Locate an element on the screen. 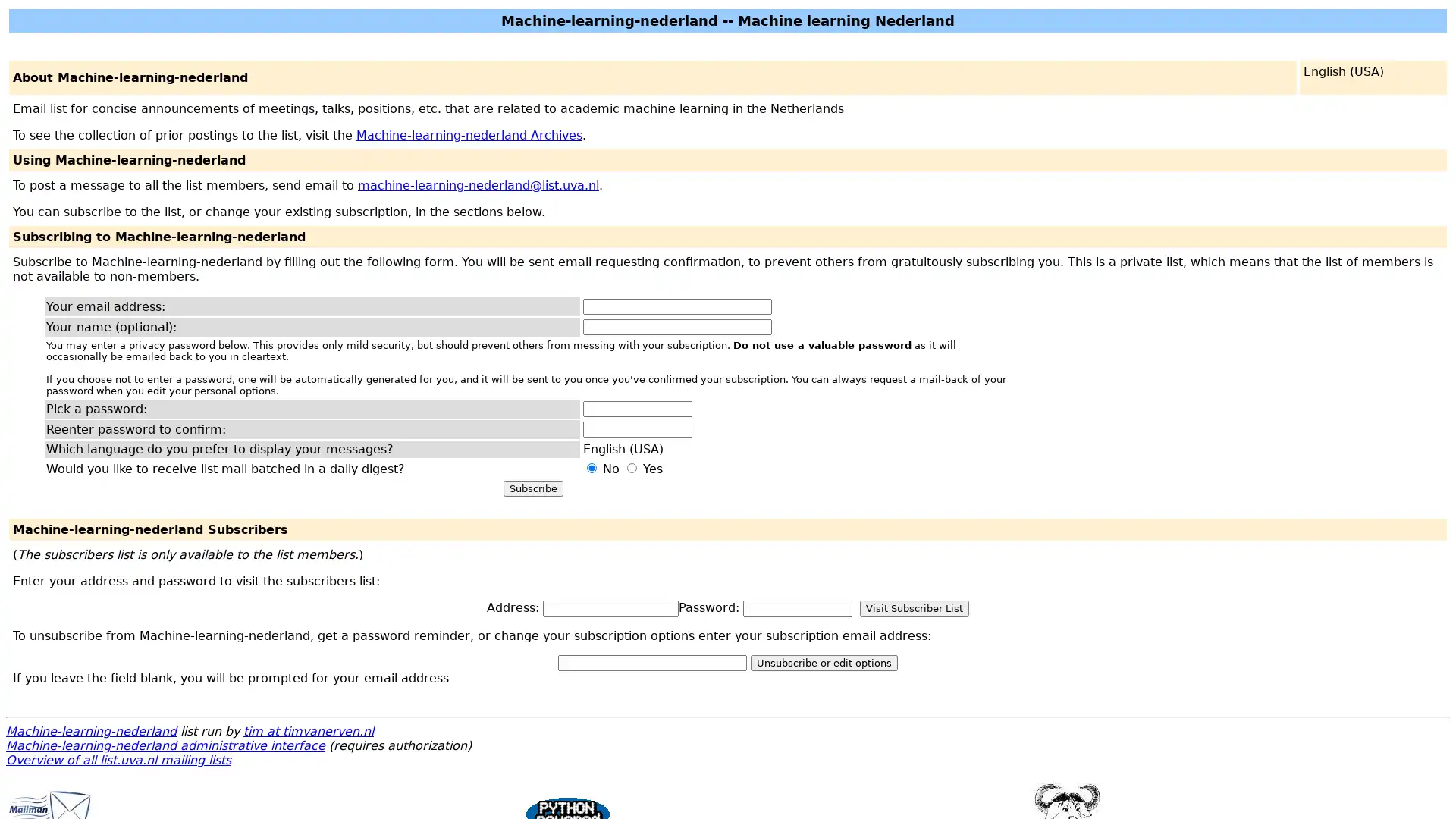 The height and width of the screenshot is (819, 1456). Subscribe is located at coordinates (532, 488).